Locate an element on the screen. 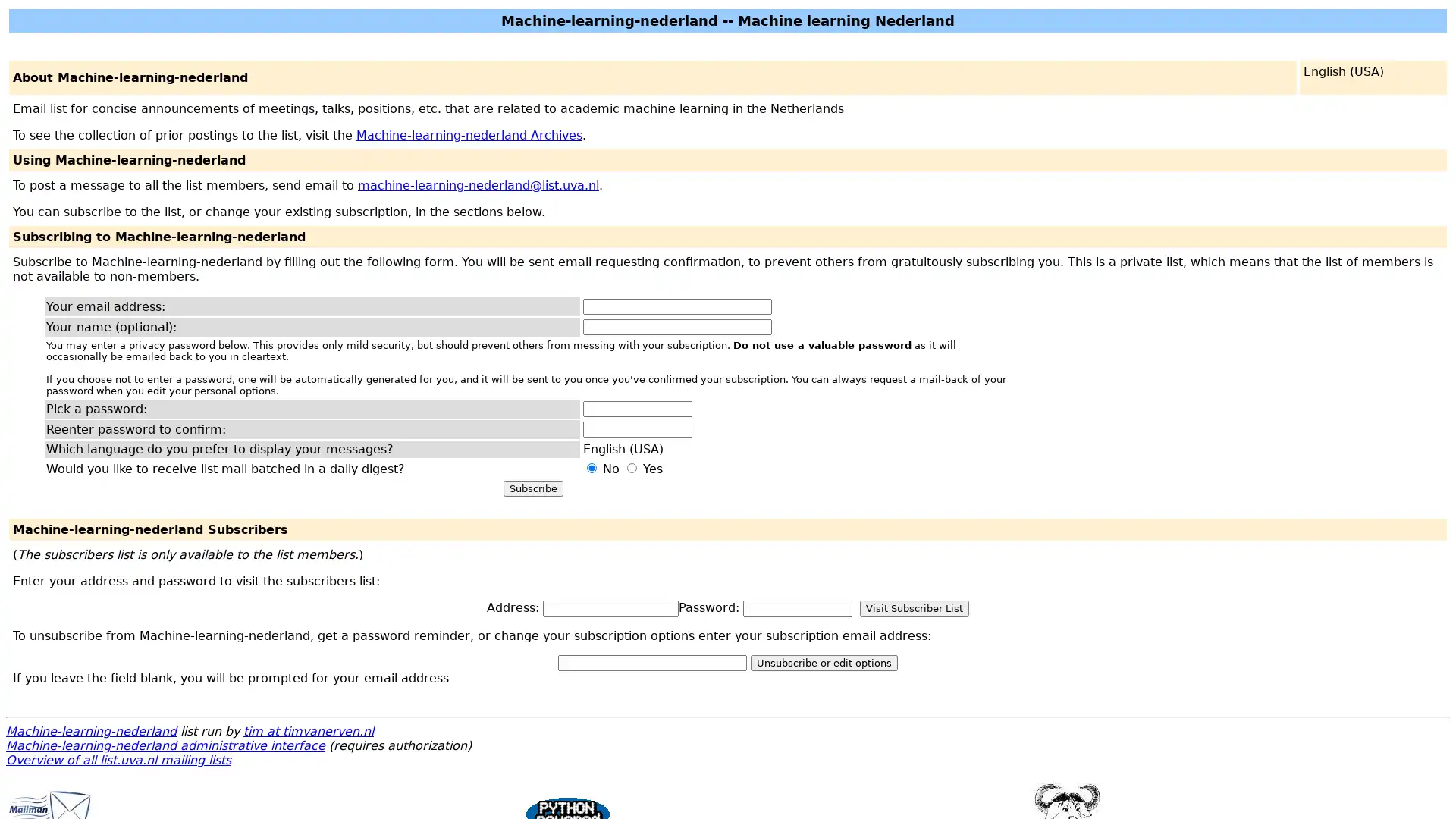 The height and width of the screenshot is (819, 1456). Subscribe is located at coordinates (532, 488).